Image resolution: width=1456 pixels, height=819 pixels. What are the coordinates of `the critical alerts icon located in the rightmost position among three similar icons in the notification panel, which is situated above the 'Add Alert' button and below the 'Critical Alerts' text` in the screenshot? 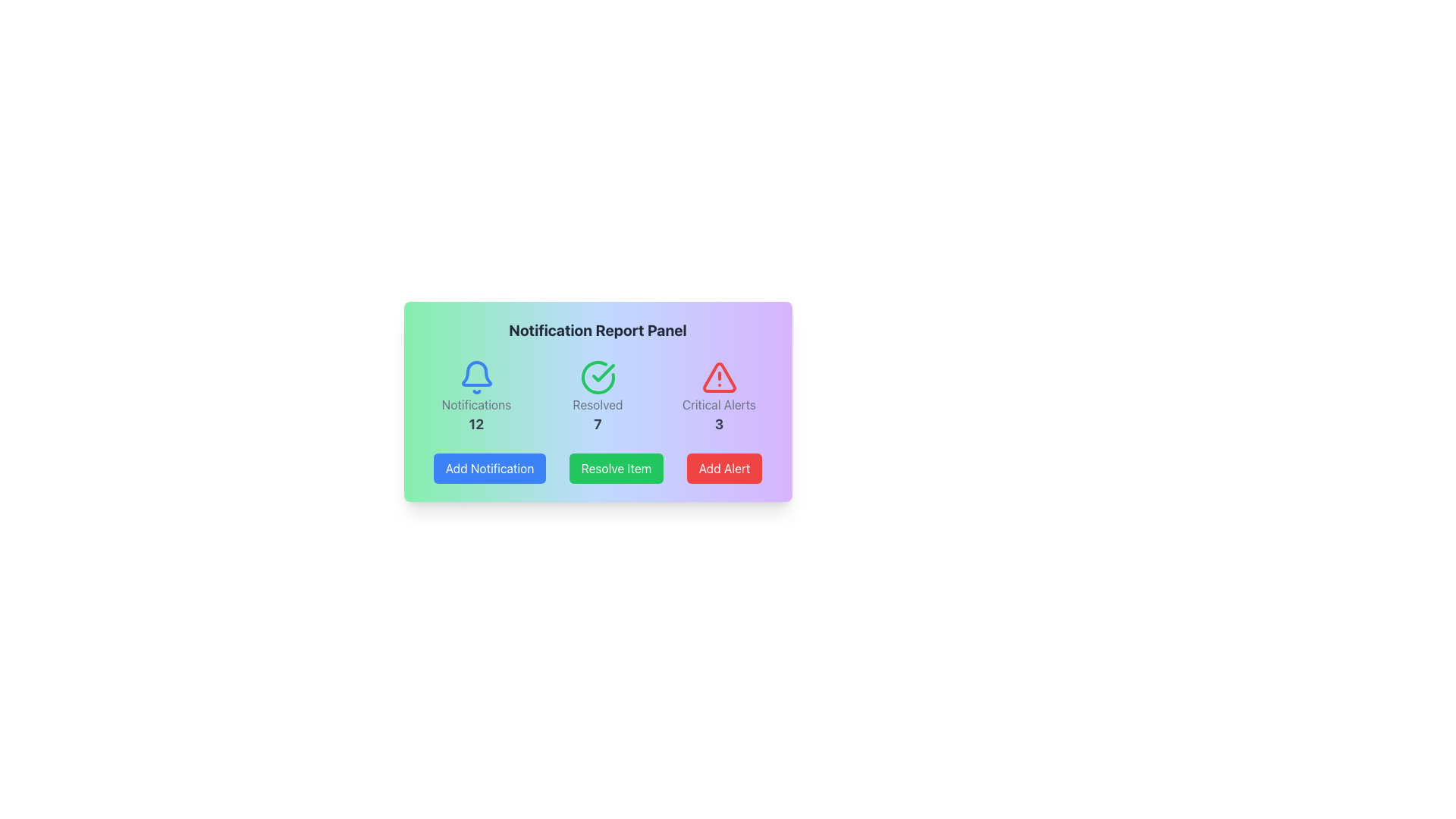 It's located at (718, 376).